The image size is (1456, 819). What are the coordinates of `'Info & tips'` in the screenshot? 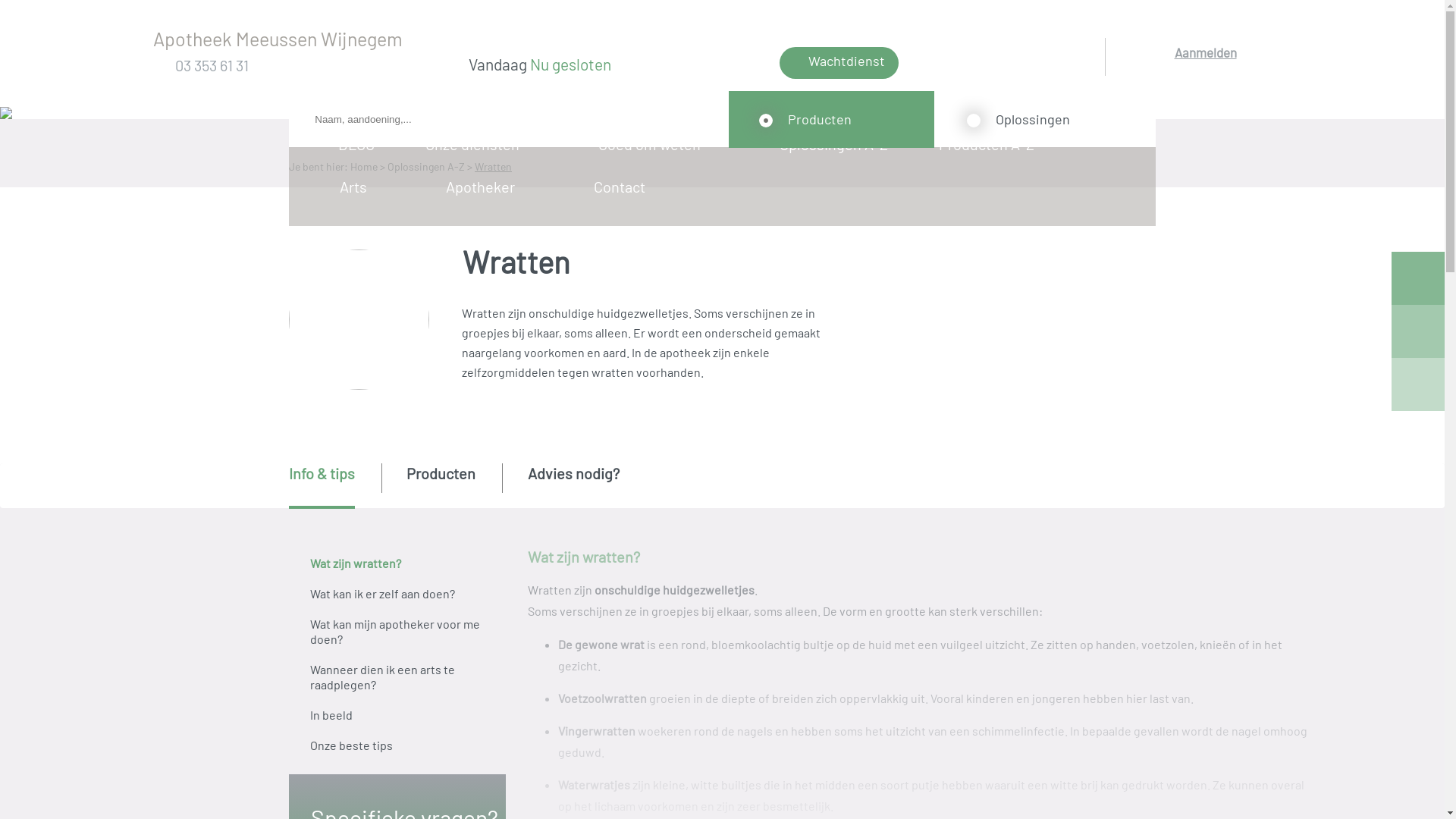 It's located at (288, 485).